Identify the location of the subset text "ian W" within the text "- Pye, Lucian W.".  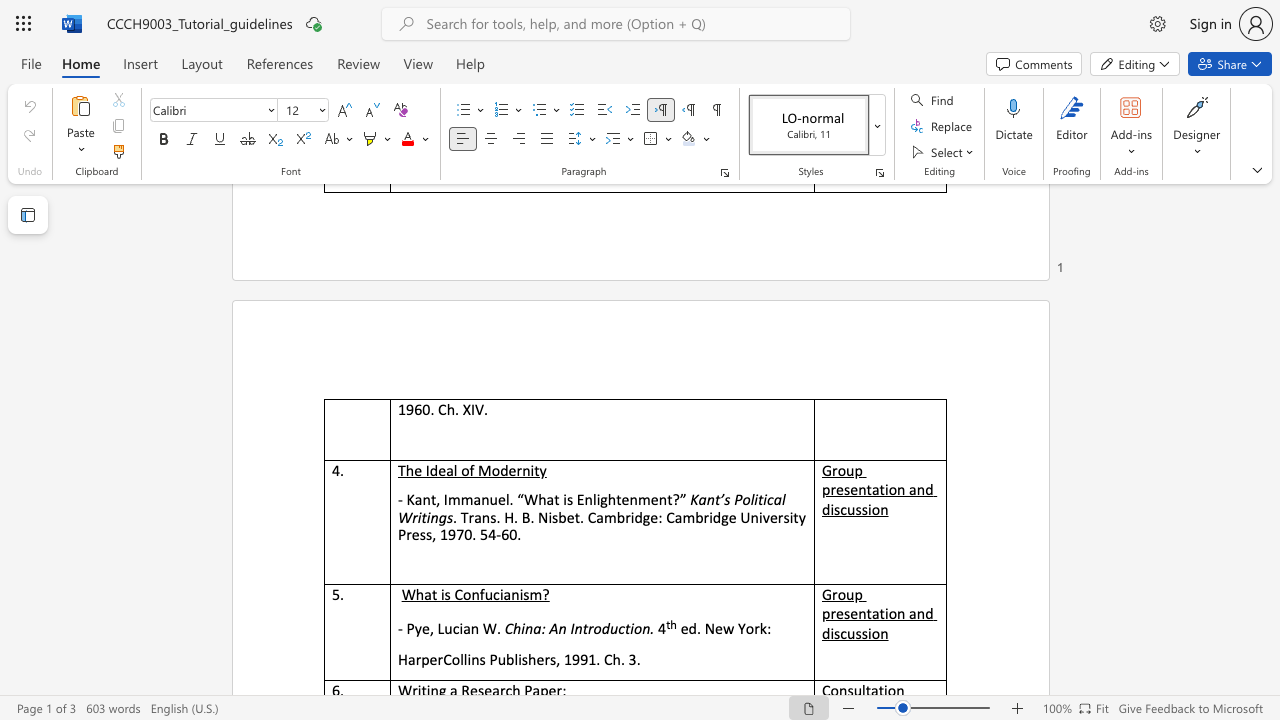
(458, 627).